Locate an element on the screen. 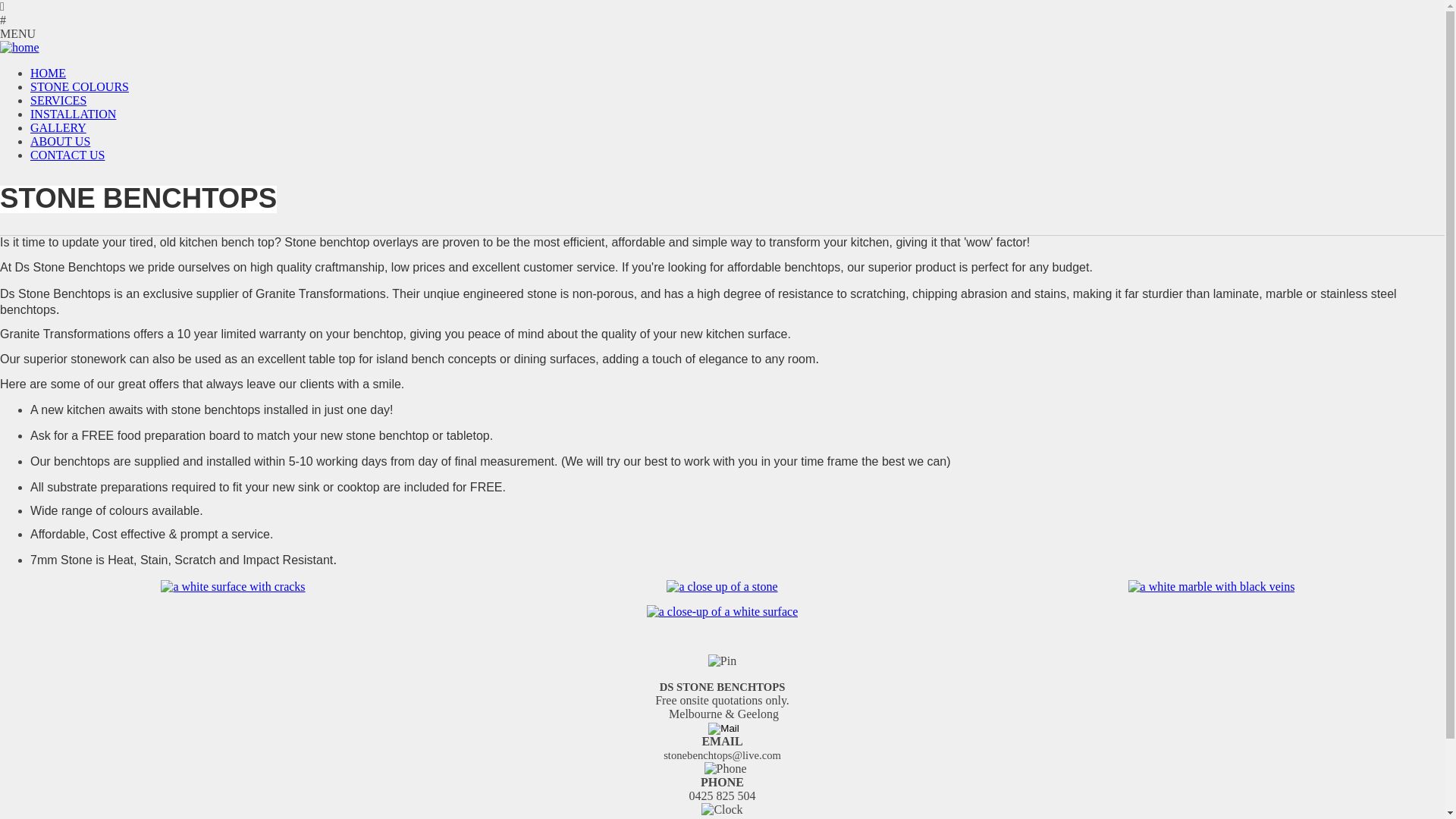 The image size is (1456, 819). 'CONTACT US' is located at coordinates (67, 155).